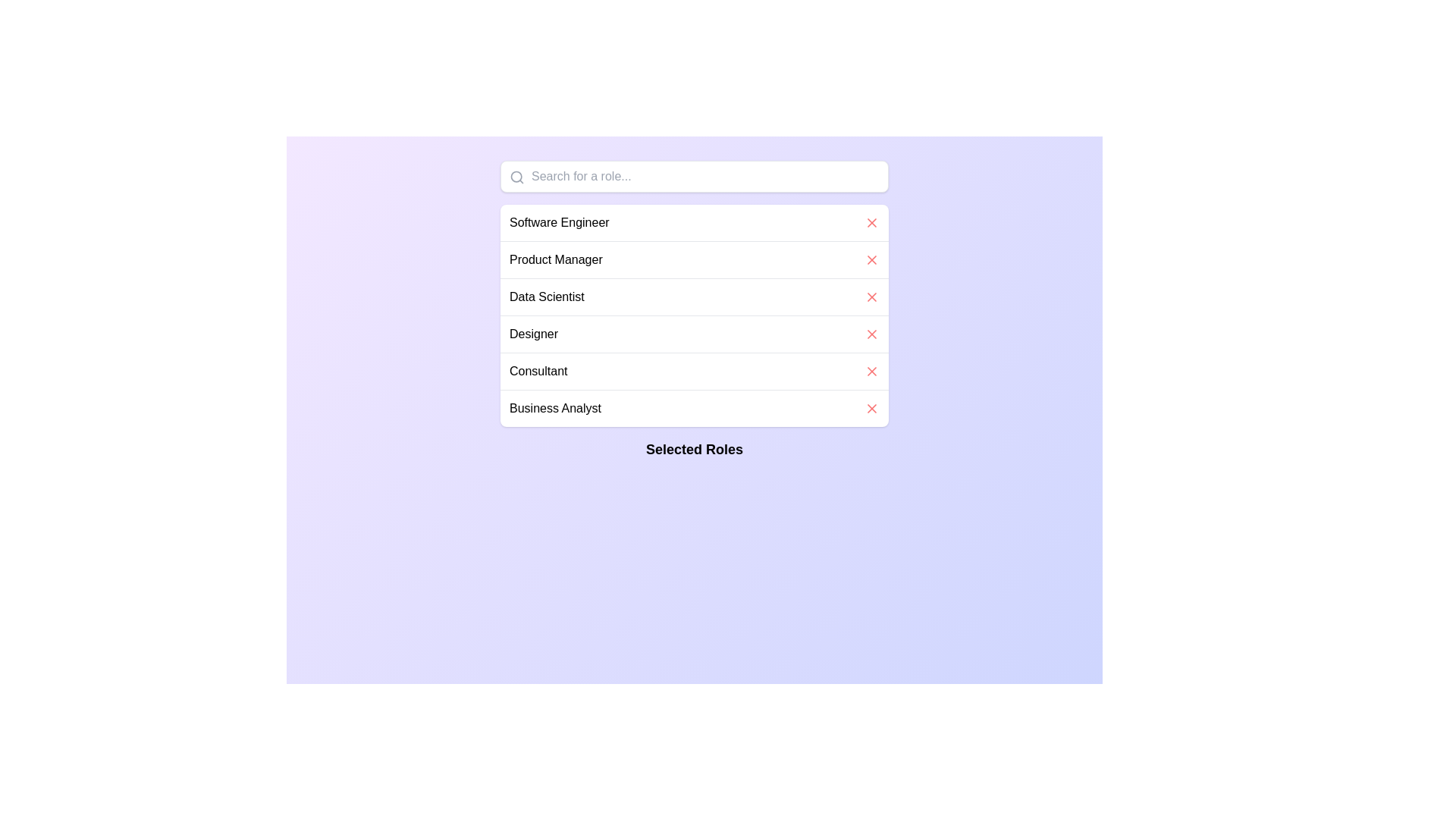 The height and width of the screenshot is (819, 1456). What do you see at coordinates (872, 222) in the screenshot?
I see `the delete icon located on the right side of the 'Software Engineer' entry in the list` at bounding box center [872, 222].